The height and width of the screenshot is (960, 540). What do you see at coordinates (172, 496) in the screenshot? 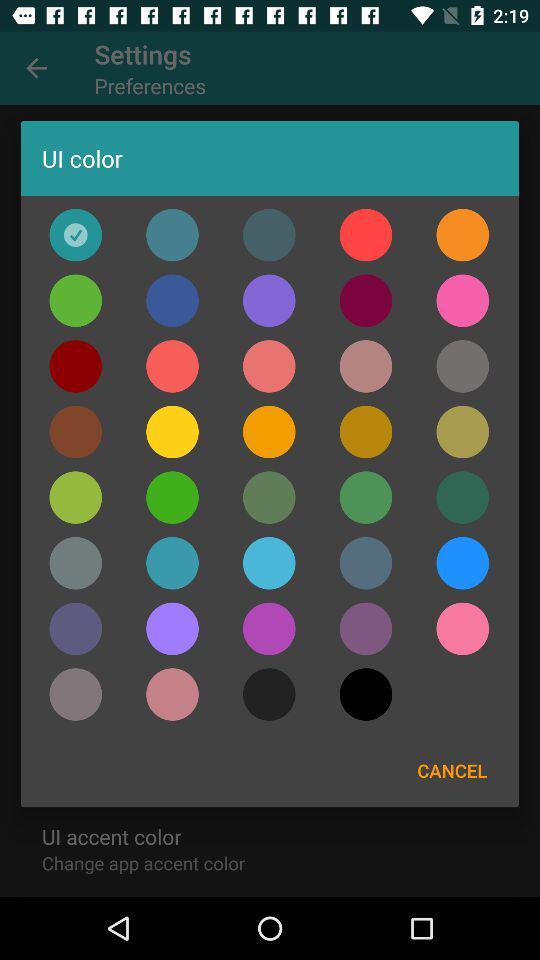
I see `this color` at bounding box center [172, 496].